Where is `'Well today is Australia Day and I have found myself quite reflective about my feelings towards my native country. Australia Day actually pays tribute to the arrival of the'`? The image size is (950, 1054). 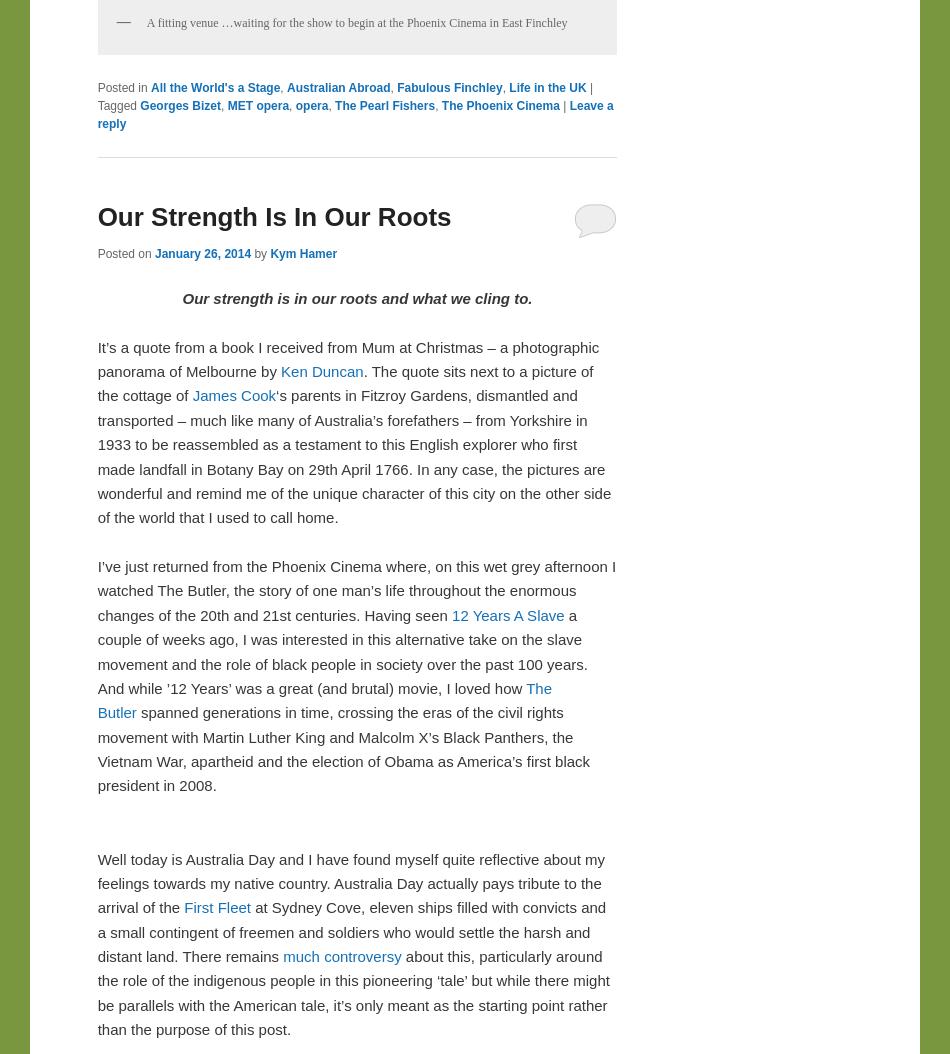 'Well today is Australia Day and I have found myself quite reflective about my feelings towards my native country. Australia Day actually pays tribute to the arrival of the' is located at coordinates (96, 883).